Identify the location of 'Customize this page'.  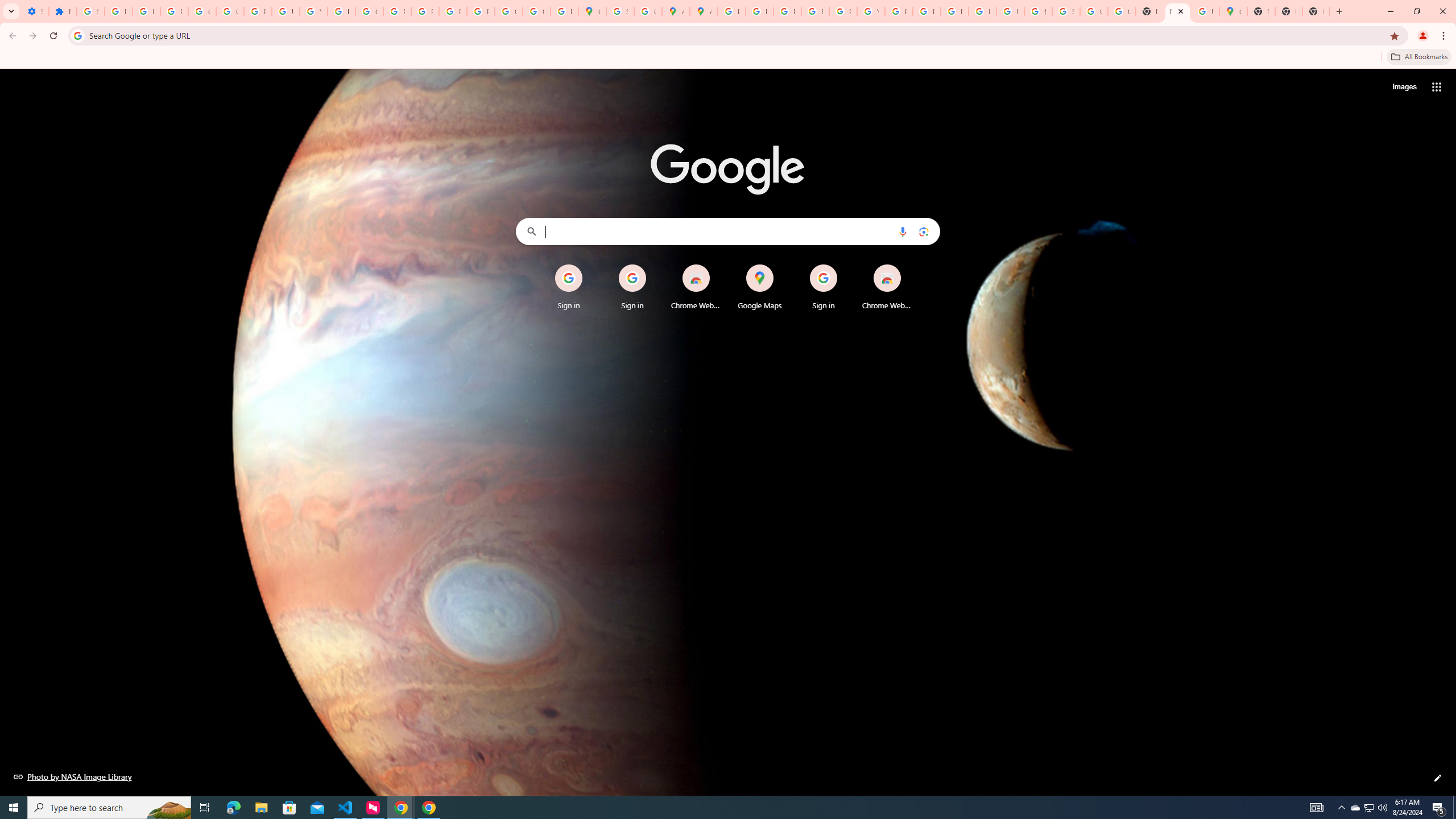
(1437, 777).